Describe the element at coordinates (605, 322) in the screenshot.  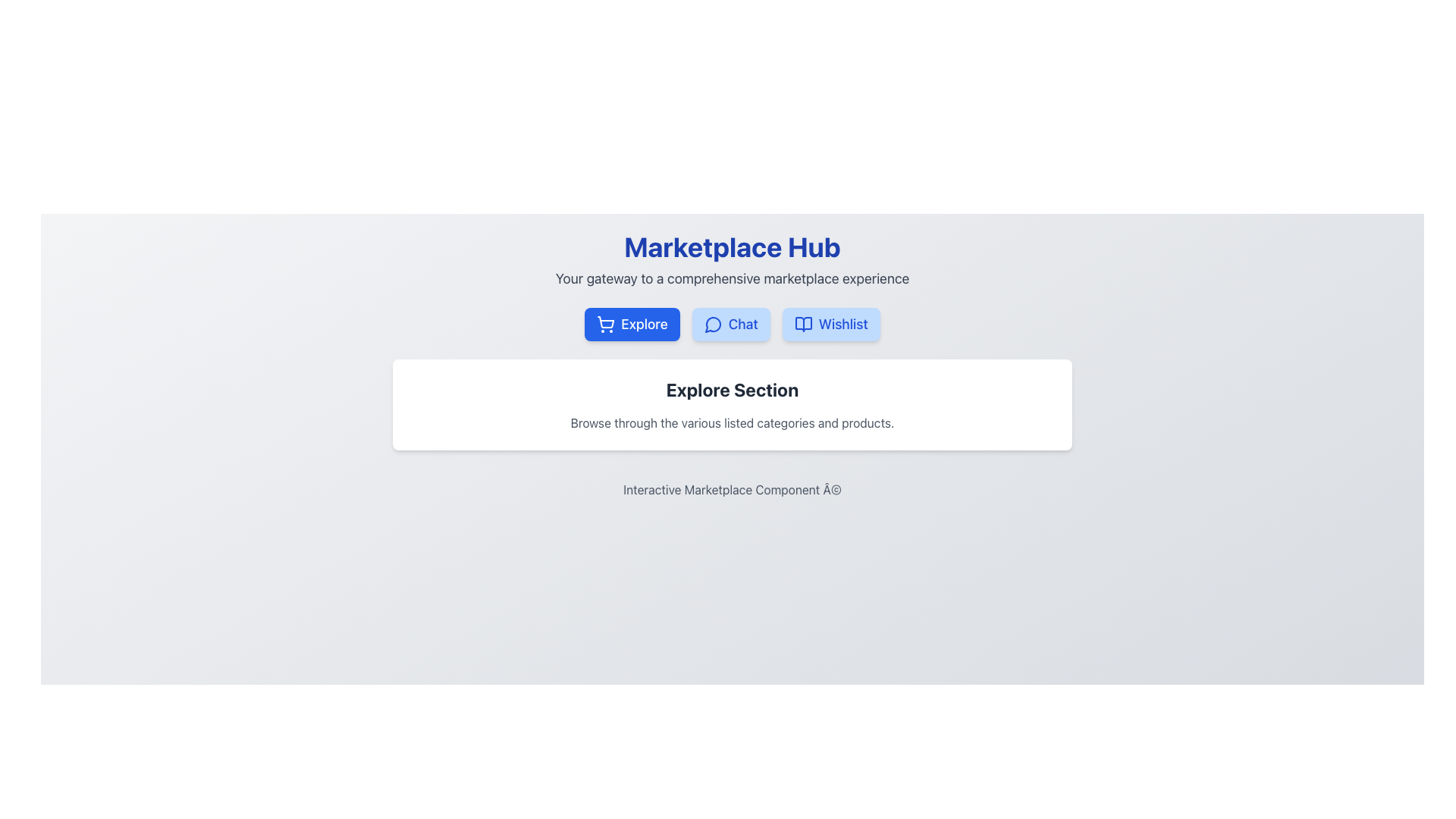
I see `the 'Explore' button represented by the shopping cart SVG icon, which is the first button in the row under the 'Marketplace Hub' heading` at that location.